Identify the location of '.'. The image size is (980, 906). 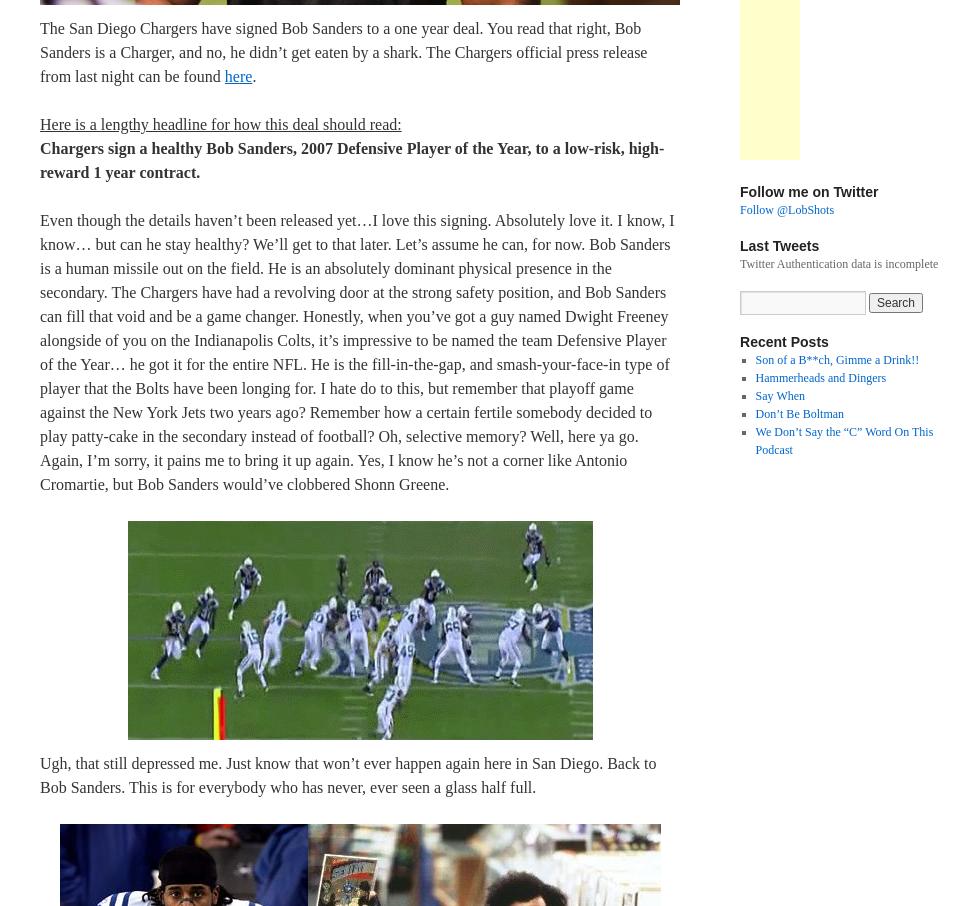
(251, 75).